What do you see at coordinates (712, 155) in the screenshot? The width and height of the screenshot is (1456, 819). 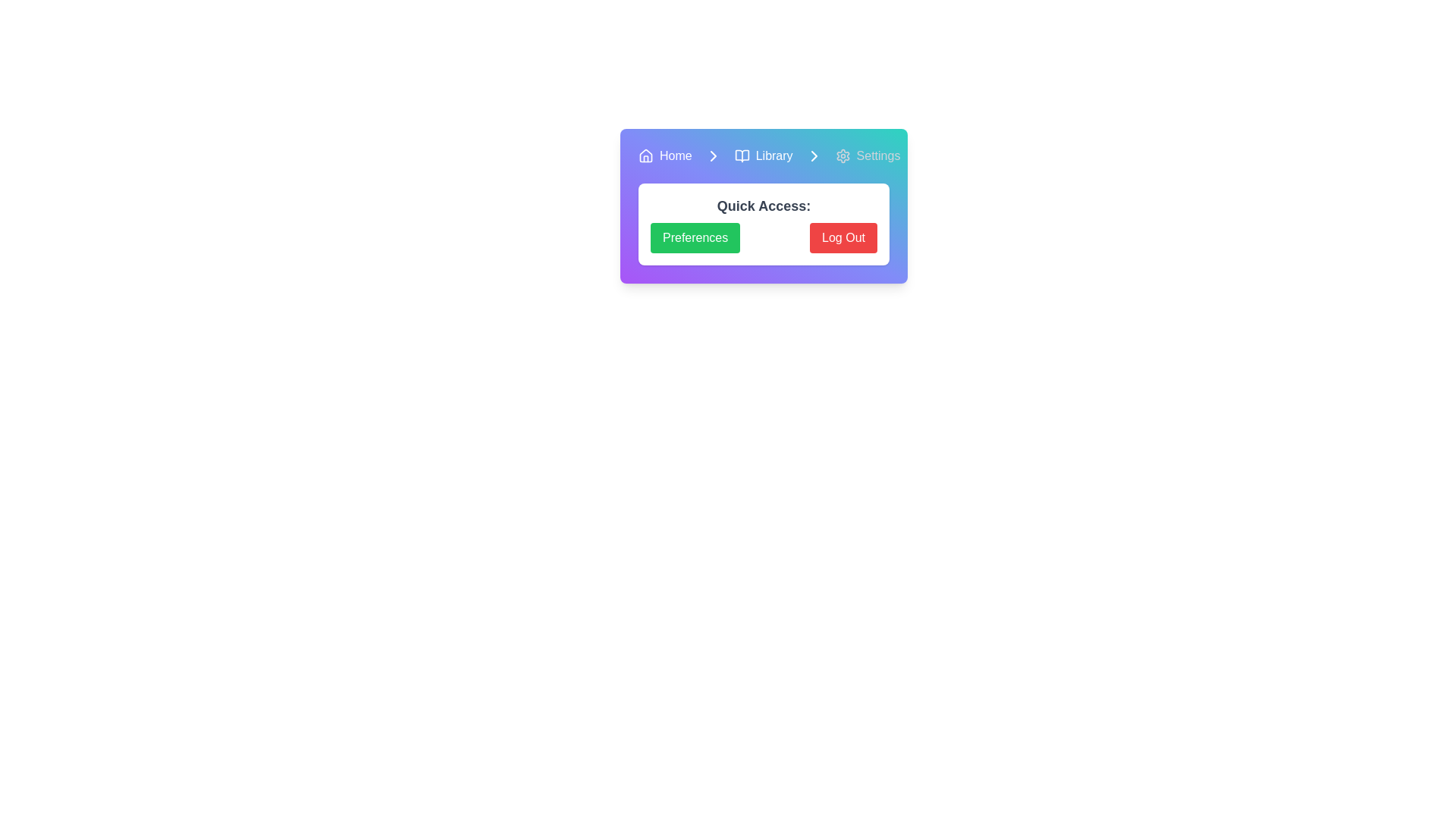 I see `the vector graphic icon located in the top navigation bar, adjacent to the 'Library' and 'Settings' options` at bounding box center [712, 155].